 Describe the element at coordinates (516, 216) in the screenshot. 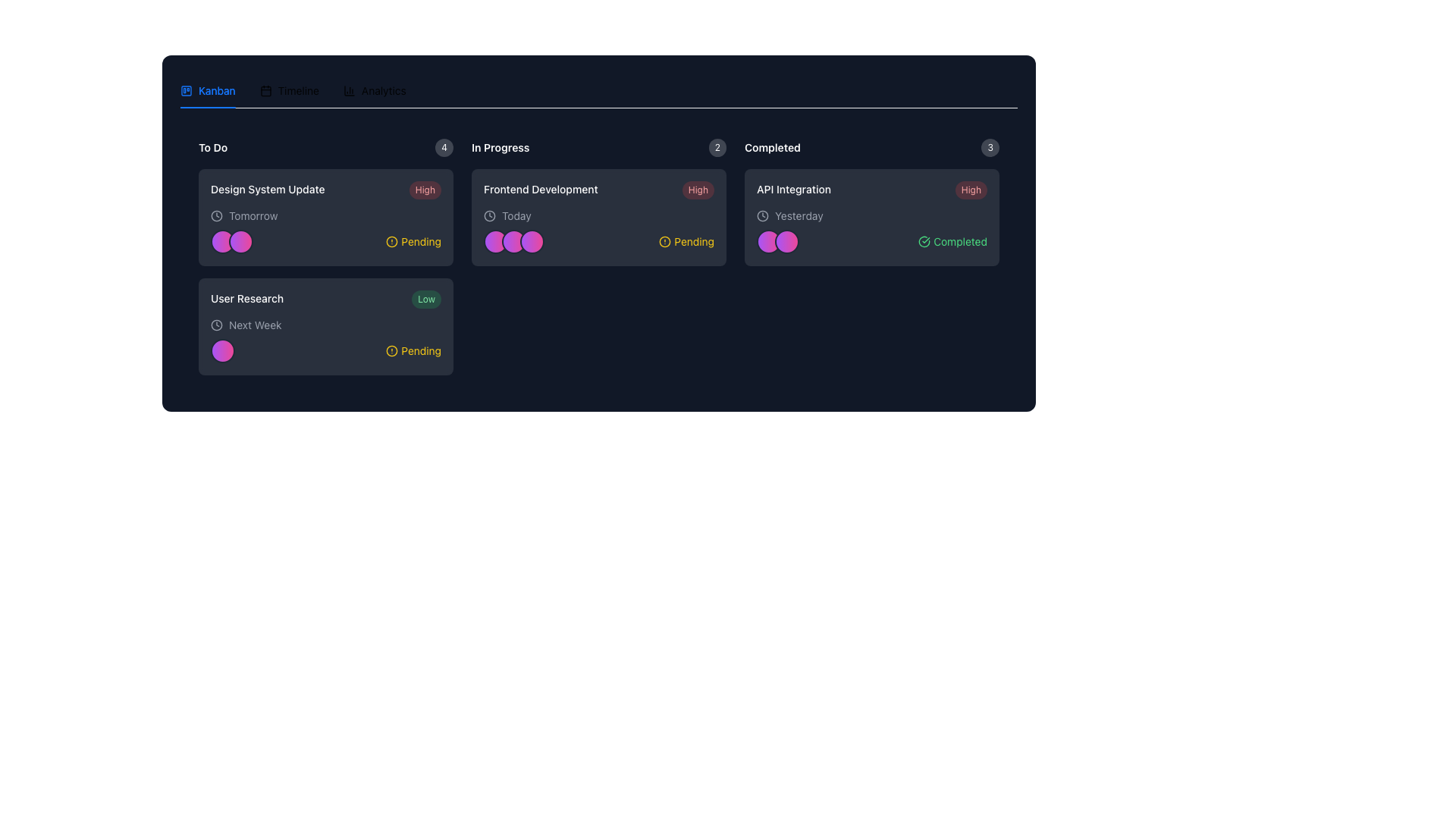

I see `the static text label displaying the word 'Today', which is styled in gray and located in the second column 'In Progress' of the 'Frontend Development' card, positioned next to a clock icon` at that location.